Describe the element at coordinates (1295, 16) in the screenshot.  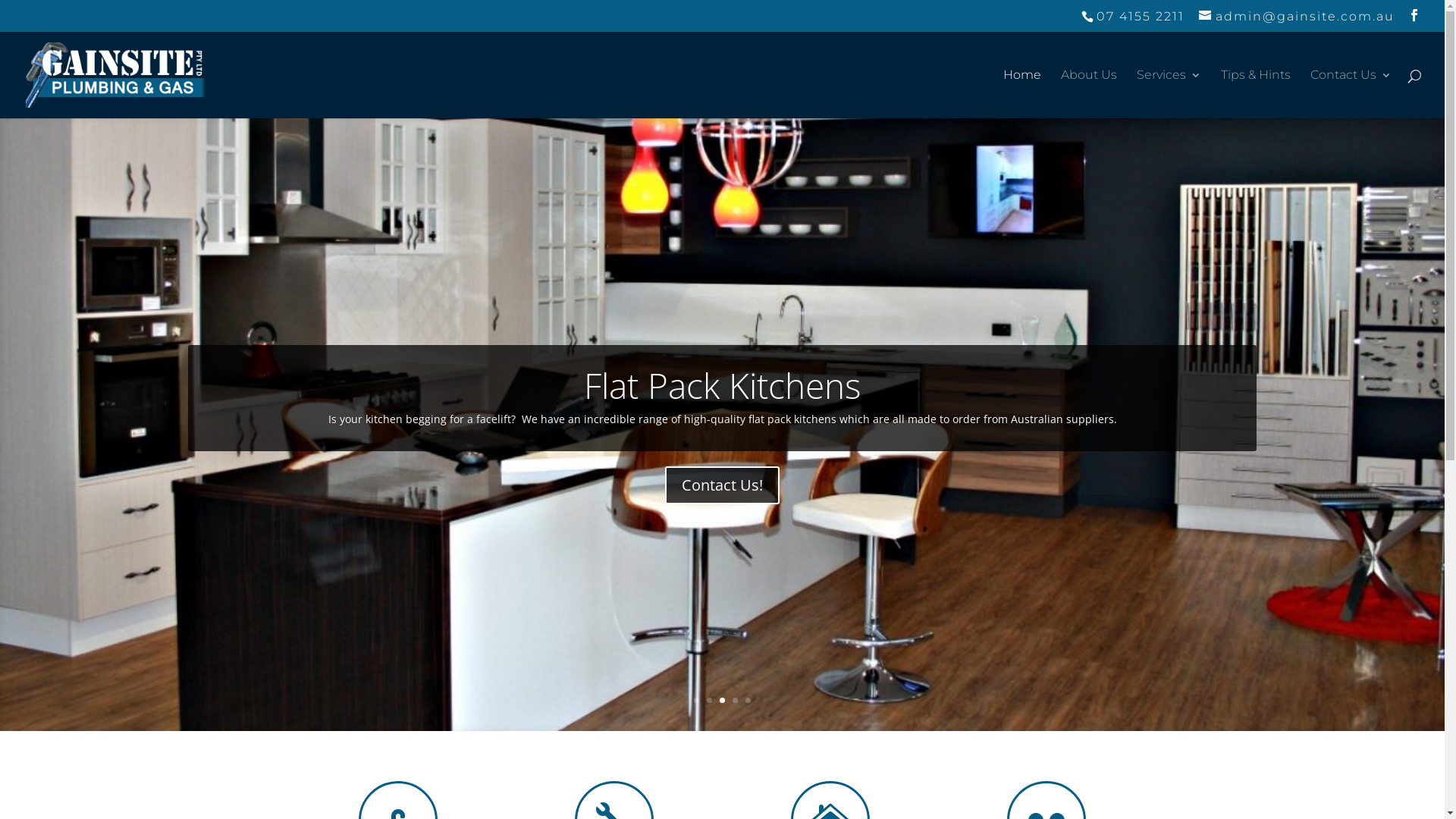
I see `'admin@gainsite.com.au'` at that location.